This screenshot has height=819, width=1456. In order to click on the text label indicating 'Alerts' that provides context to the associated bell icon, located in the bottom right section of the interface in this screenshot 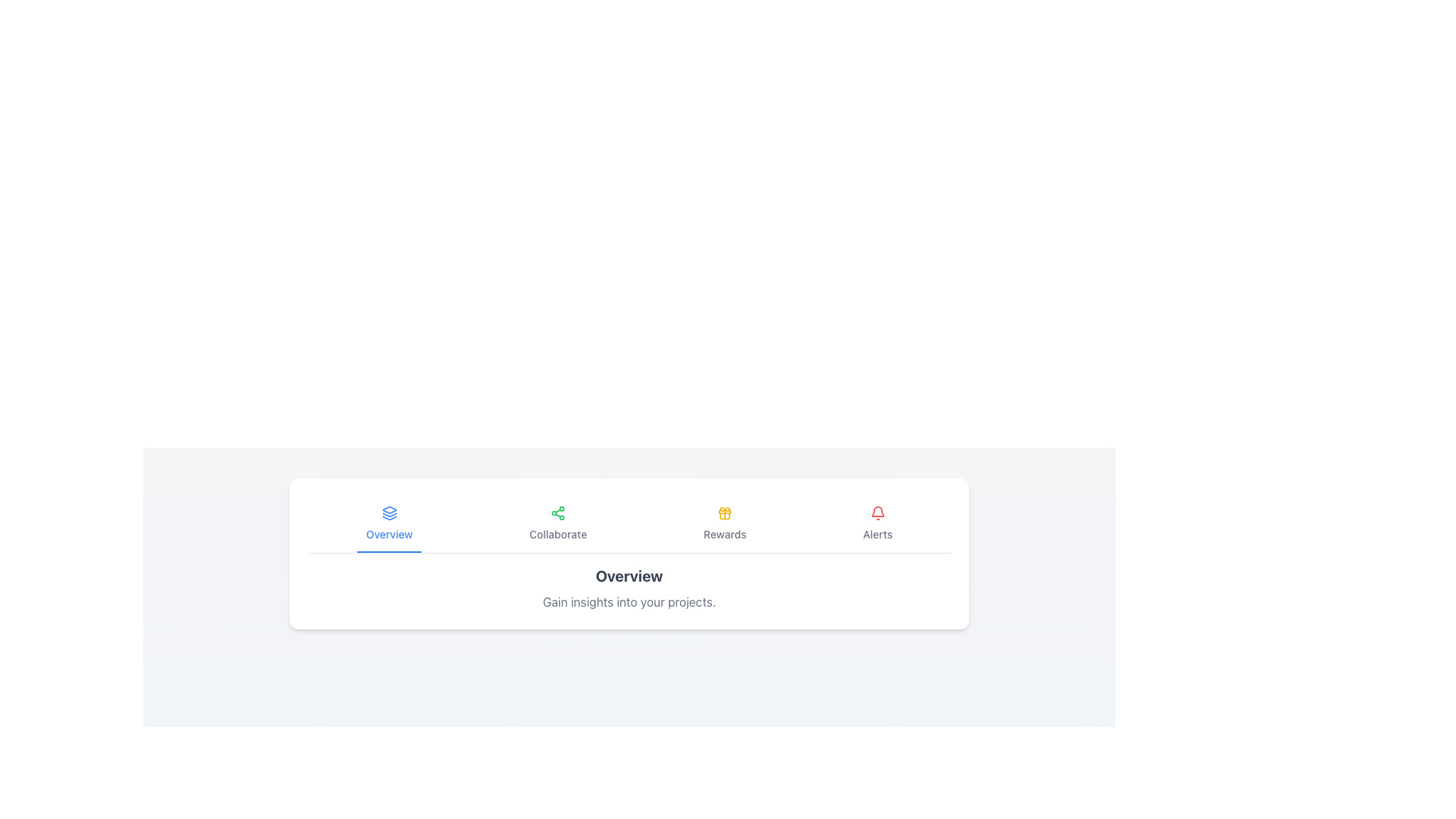, I will do `click(877, 534)`.